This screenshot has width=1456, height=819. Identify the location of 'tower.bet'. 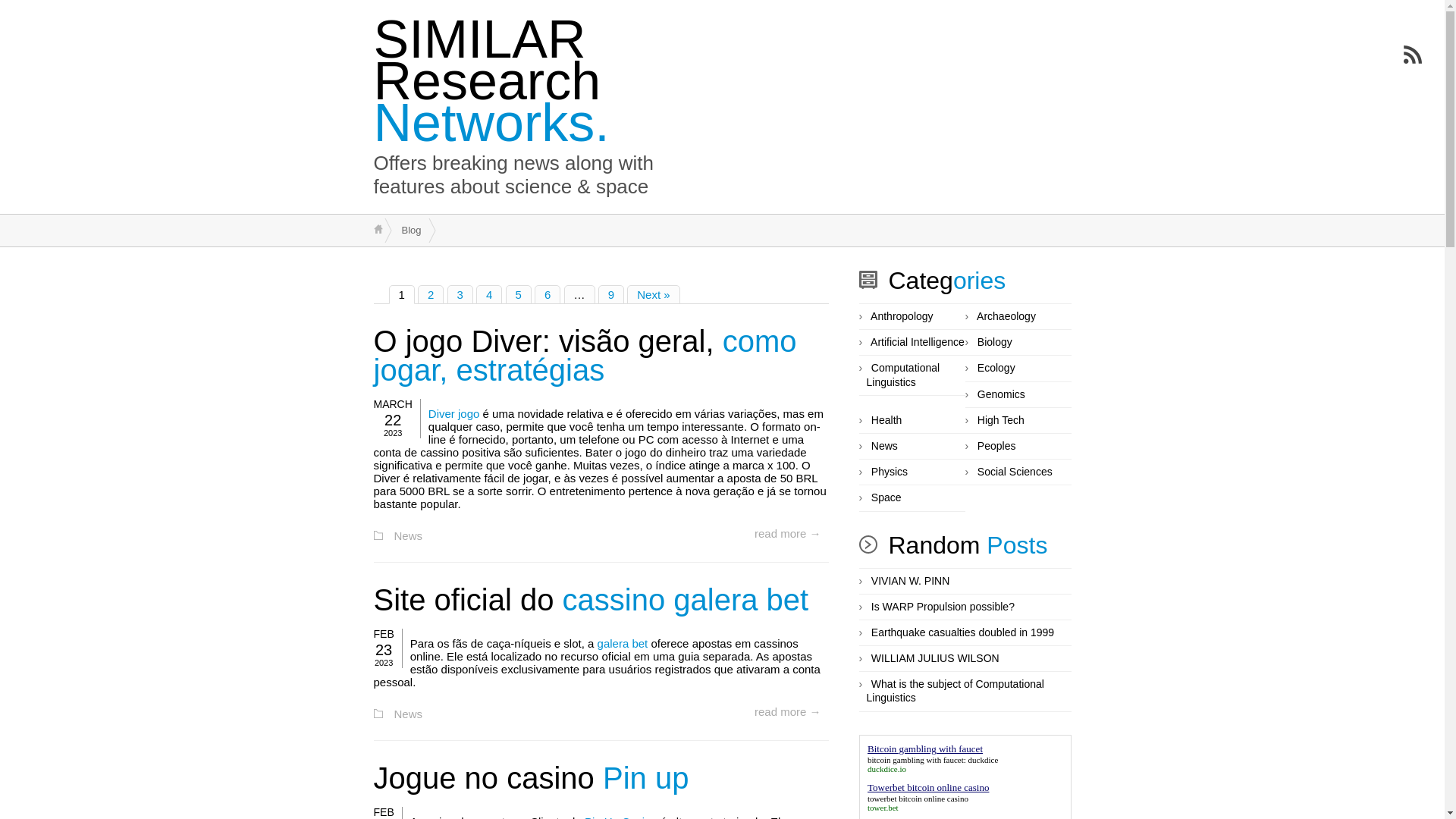
(883, 806).